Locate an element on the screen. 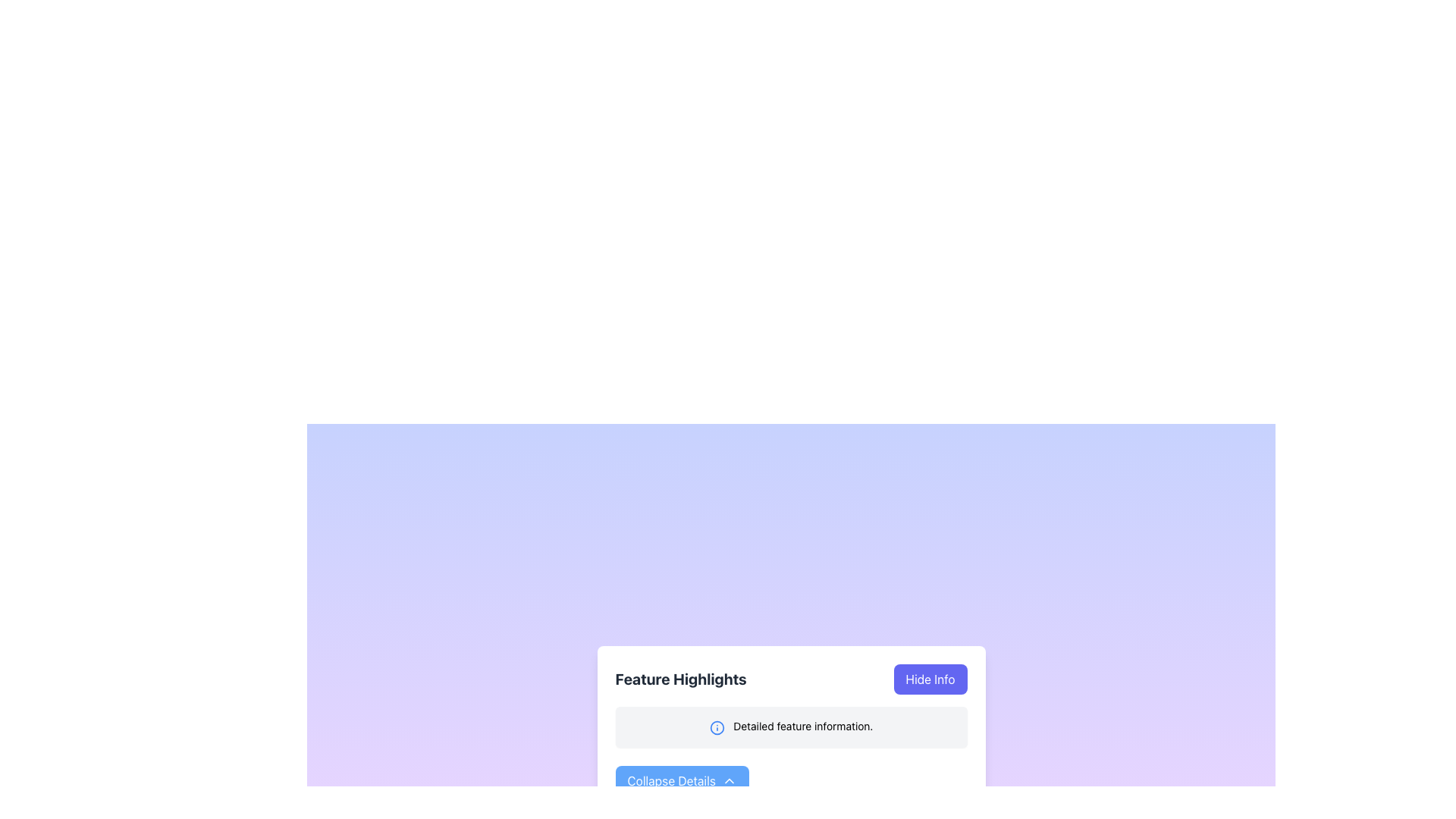  the chevron icon next to the 'Collapse Details' button is located at coordinates (729, 780).